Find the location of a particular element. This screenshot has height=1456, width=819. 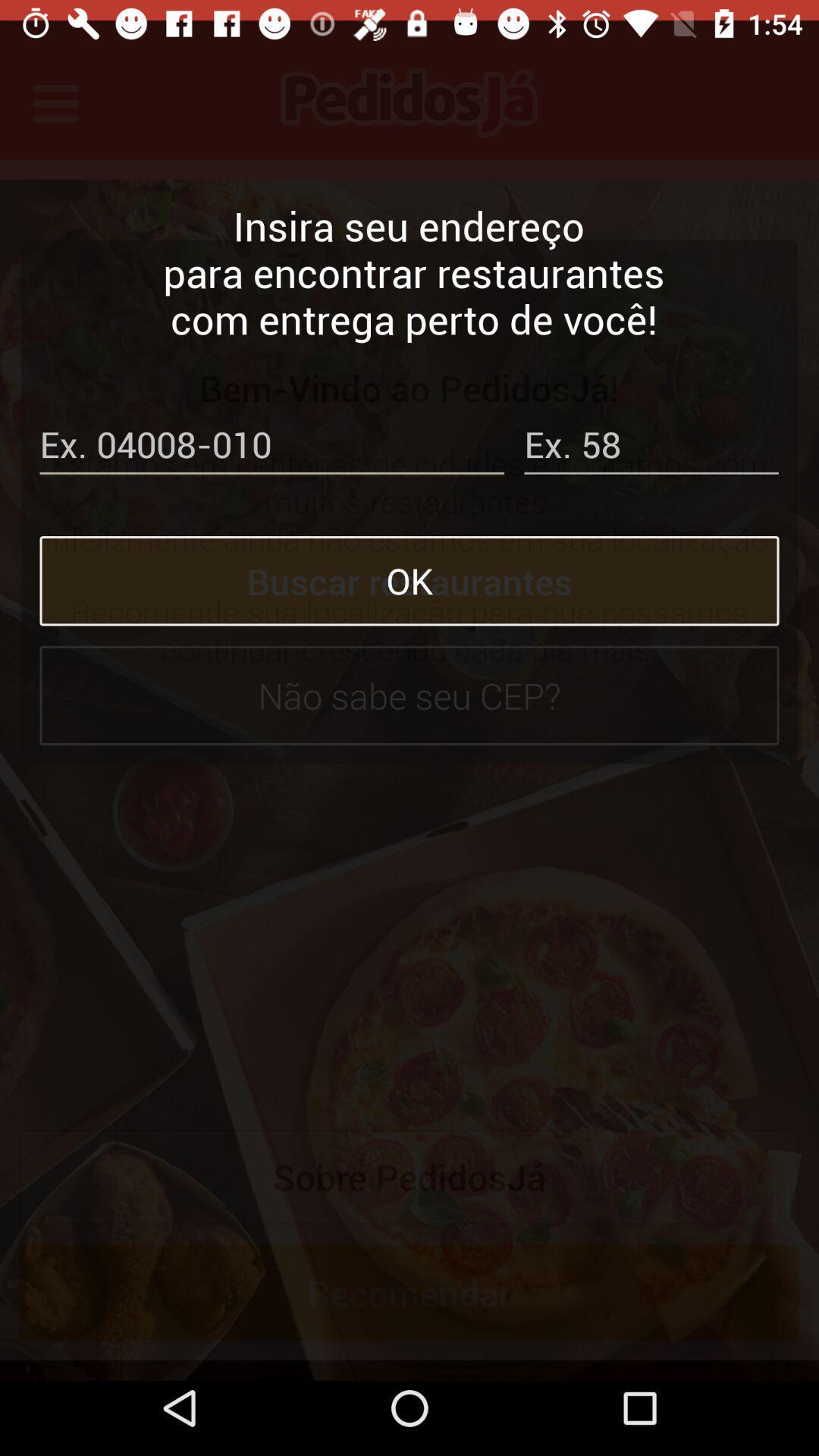

insert your street number is located at coordinates (651, 427).